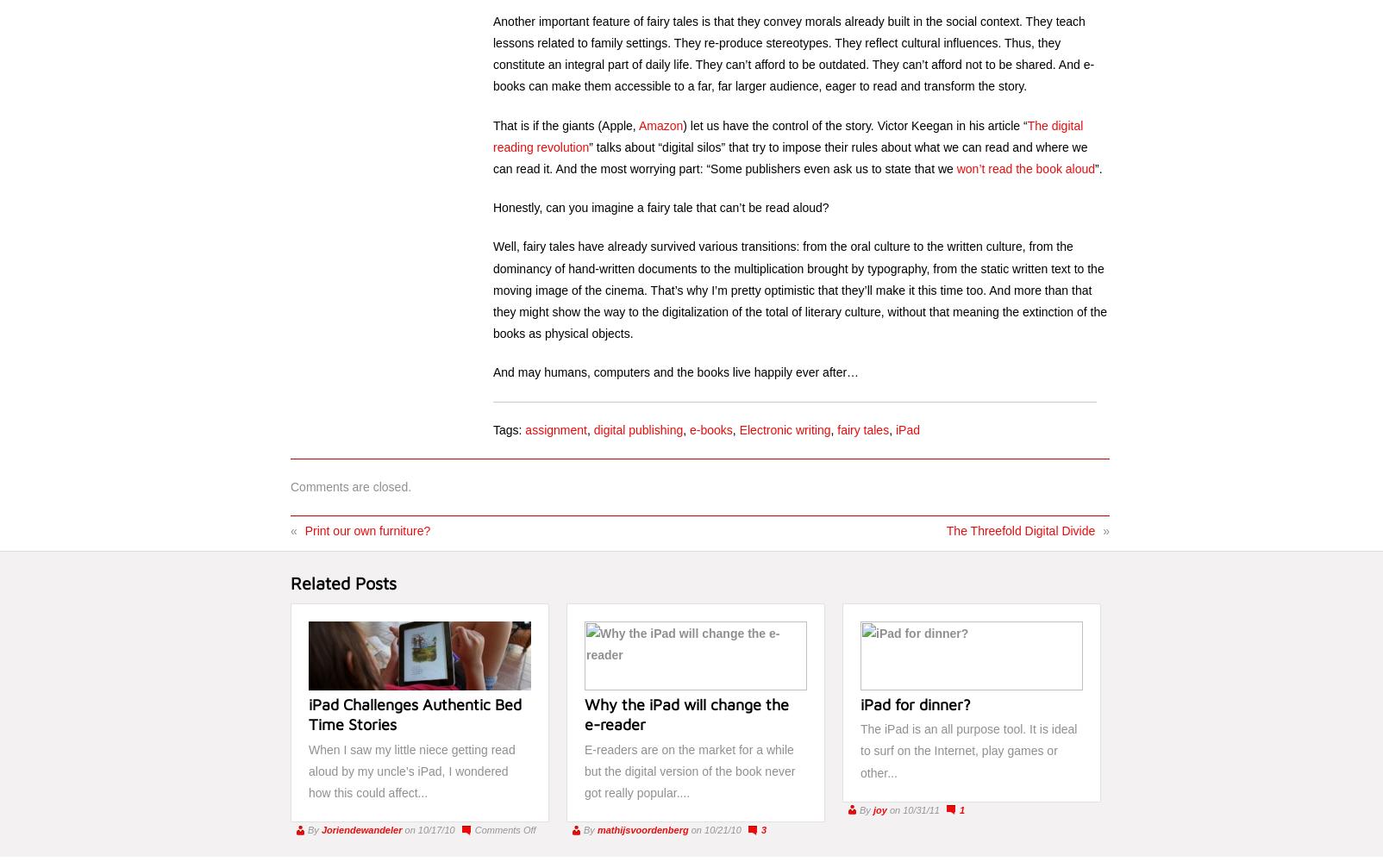 Image resolution: width=1383 pixels, height=868 pixels. I want to click on 'on 10/17/10', so click(429, 828).